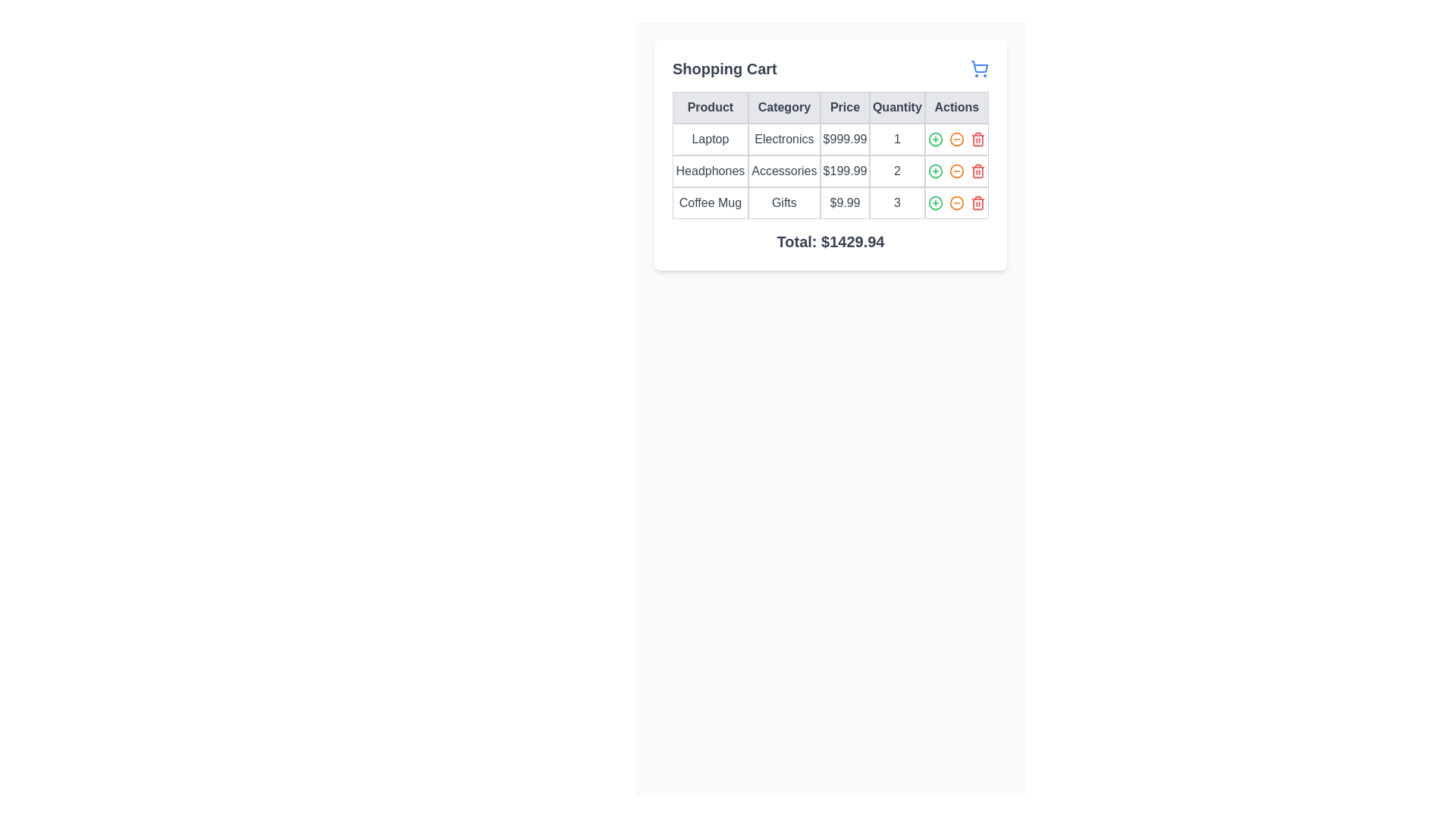 This screenshot has height=819, width=1456. I want to click on the price label displaying the price of the 'Coffee Mug' item in the shopping cart located in the 'Price' column of the last row, so click(844, 202).